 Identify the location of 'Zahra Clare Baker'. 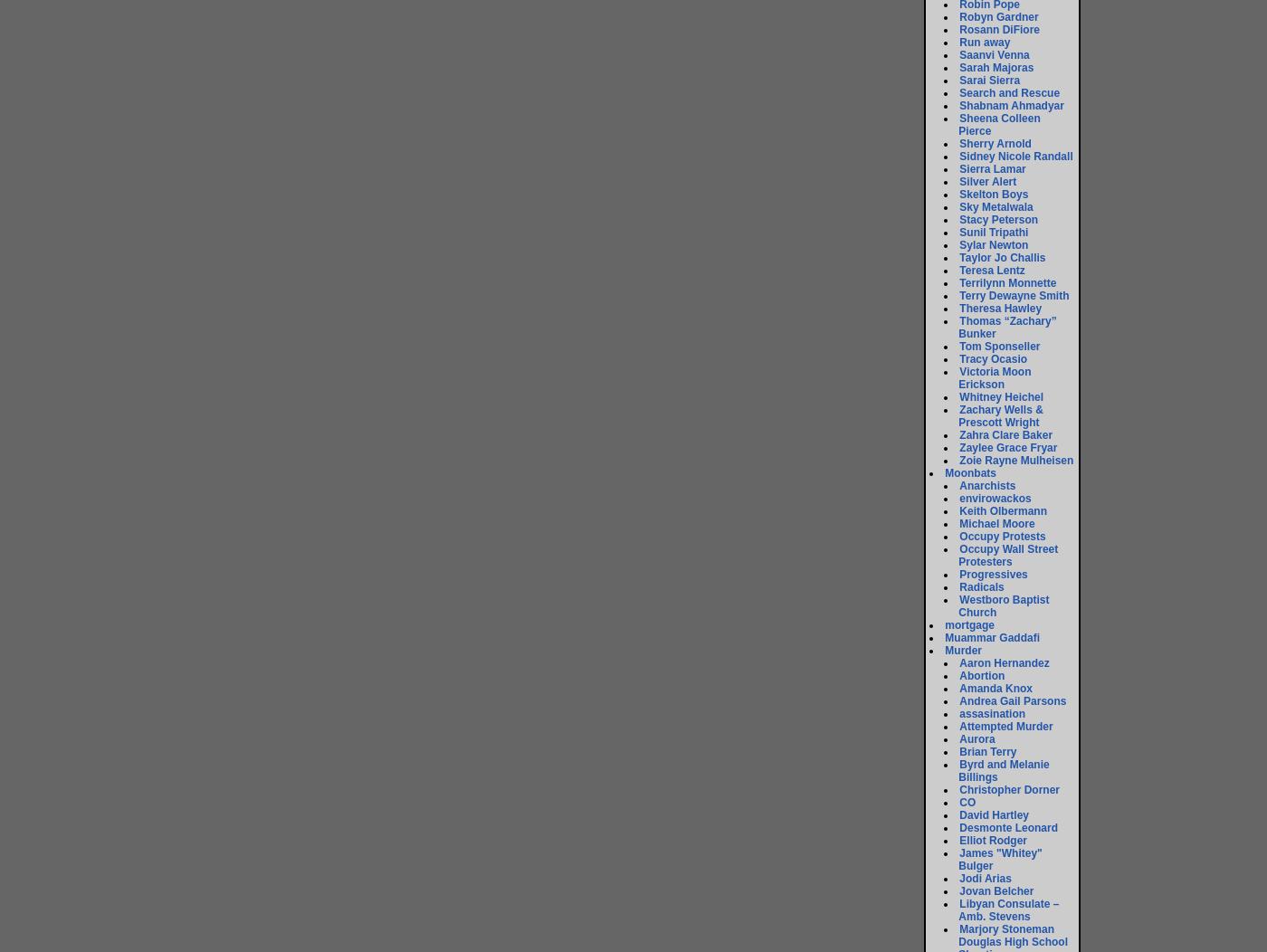
(1005, 434).